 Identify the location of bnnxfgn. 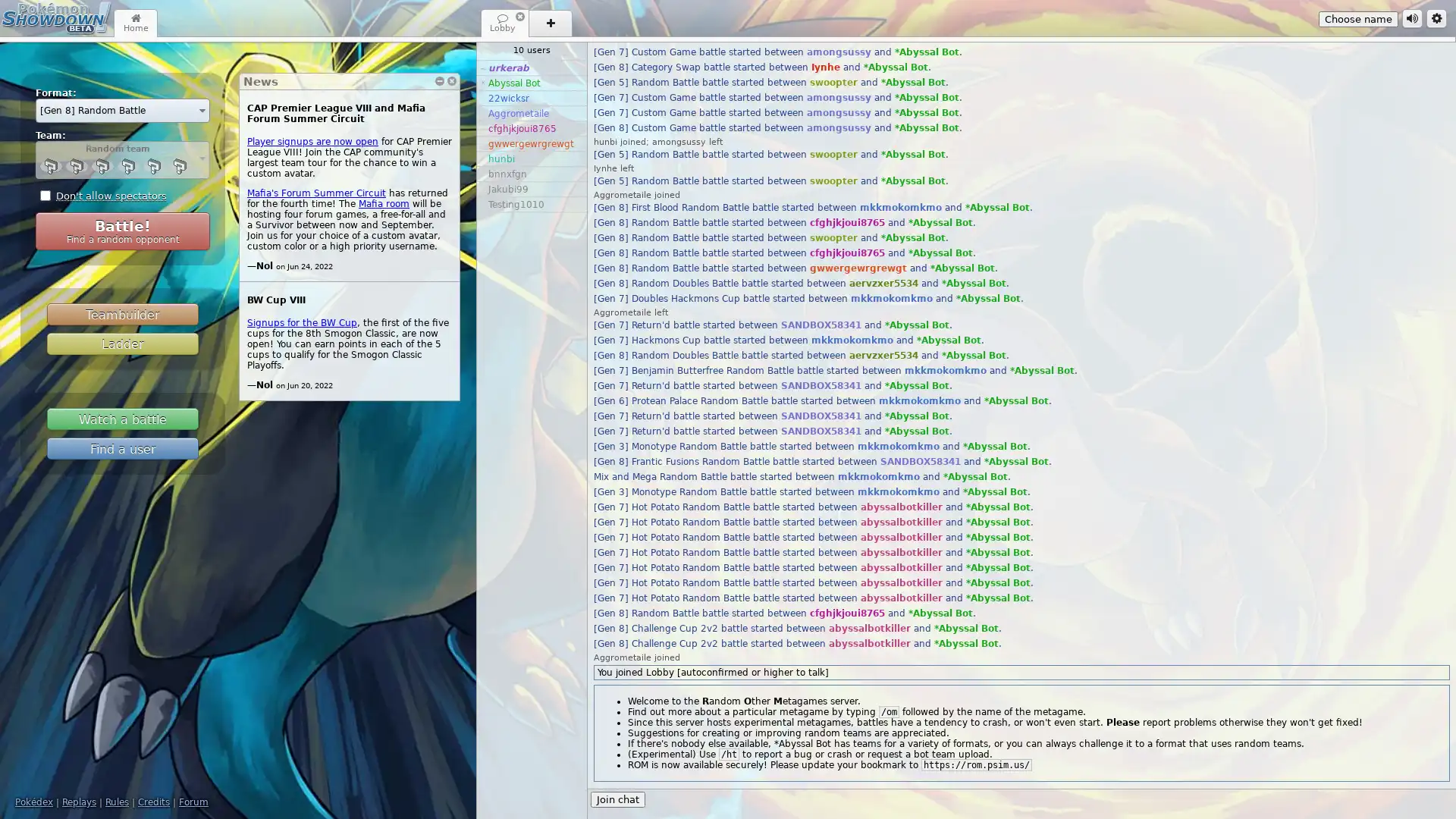
(532, 173).